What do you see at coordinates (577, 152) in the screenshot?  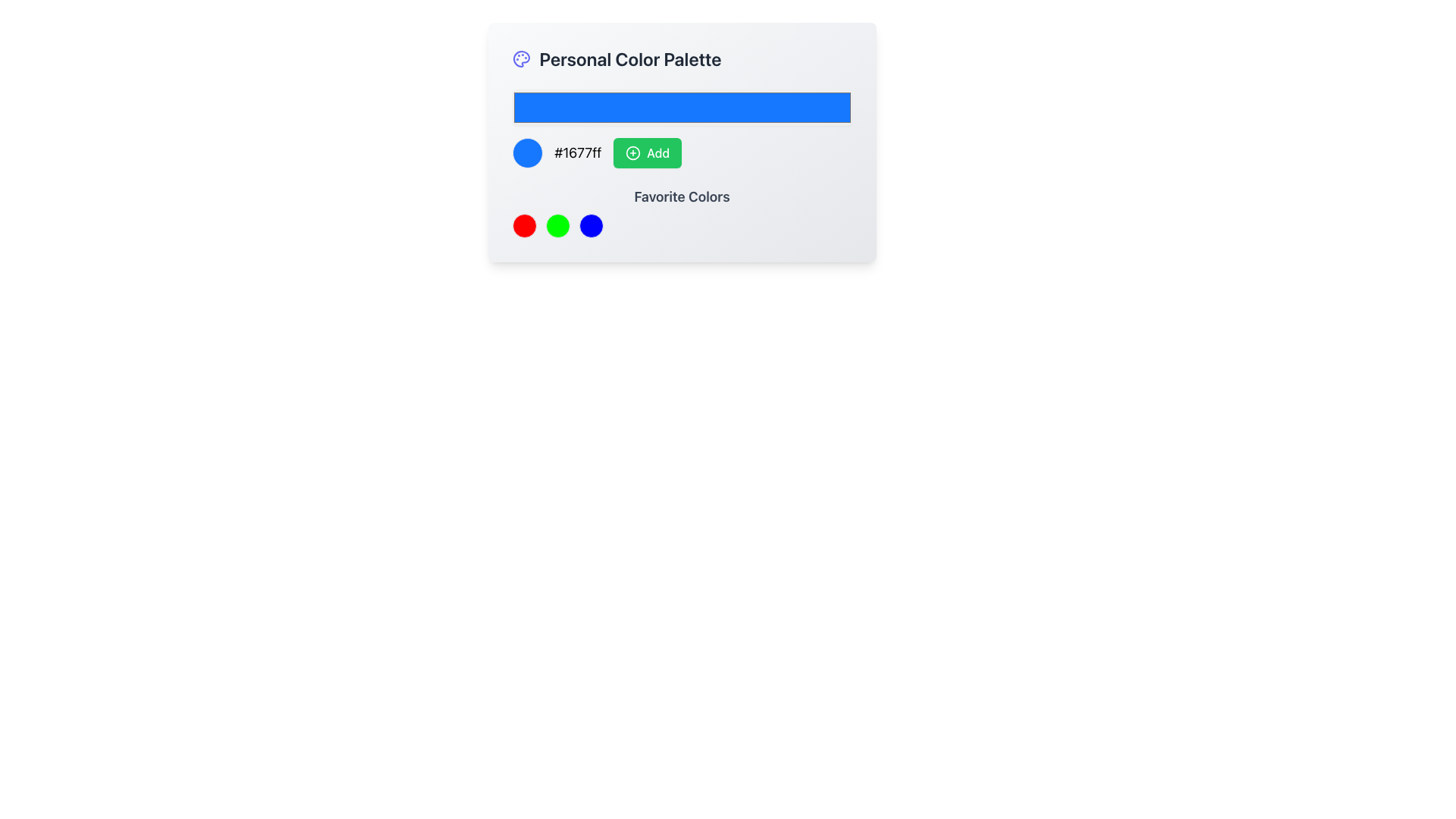 I see `the static text display showing the color code '#1677ff' which is located between a blue color circle and an 'Add' button` at bounding box center [577, 152].